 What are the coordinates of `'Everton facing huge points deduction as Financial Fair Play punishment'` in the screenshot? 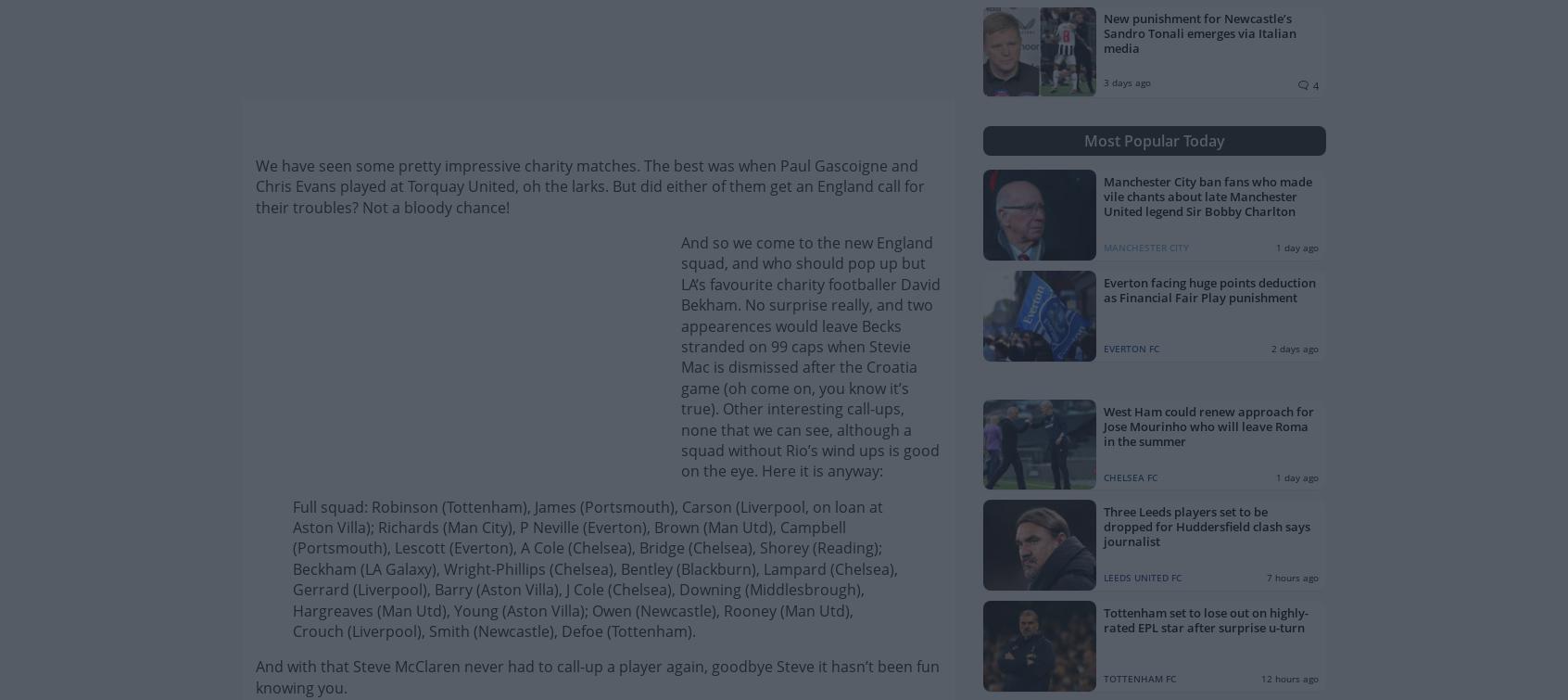 It's located at (1208, 288).